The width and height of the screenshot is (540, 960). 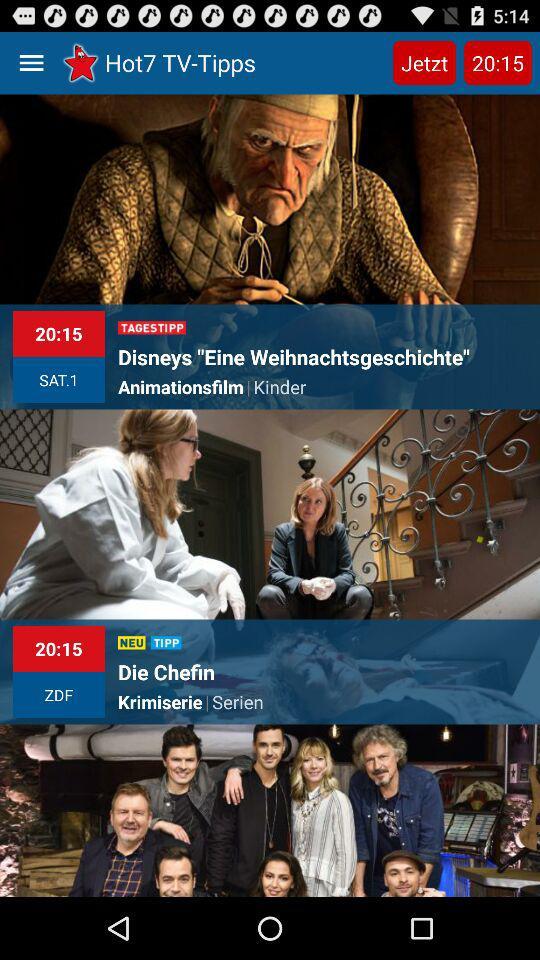 What do you see at coordinates (423, 62) in the screenshot?
I see `the icon to the right of the hot7 tv-tipps icon` at bounding box center [423, 62].